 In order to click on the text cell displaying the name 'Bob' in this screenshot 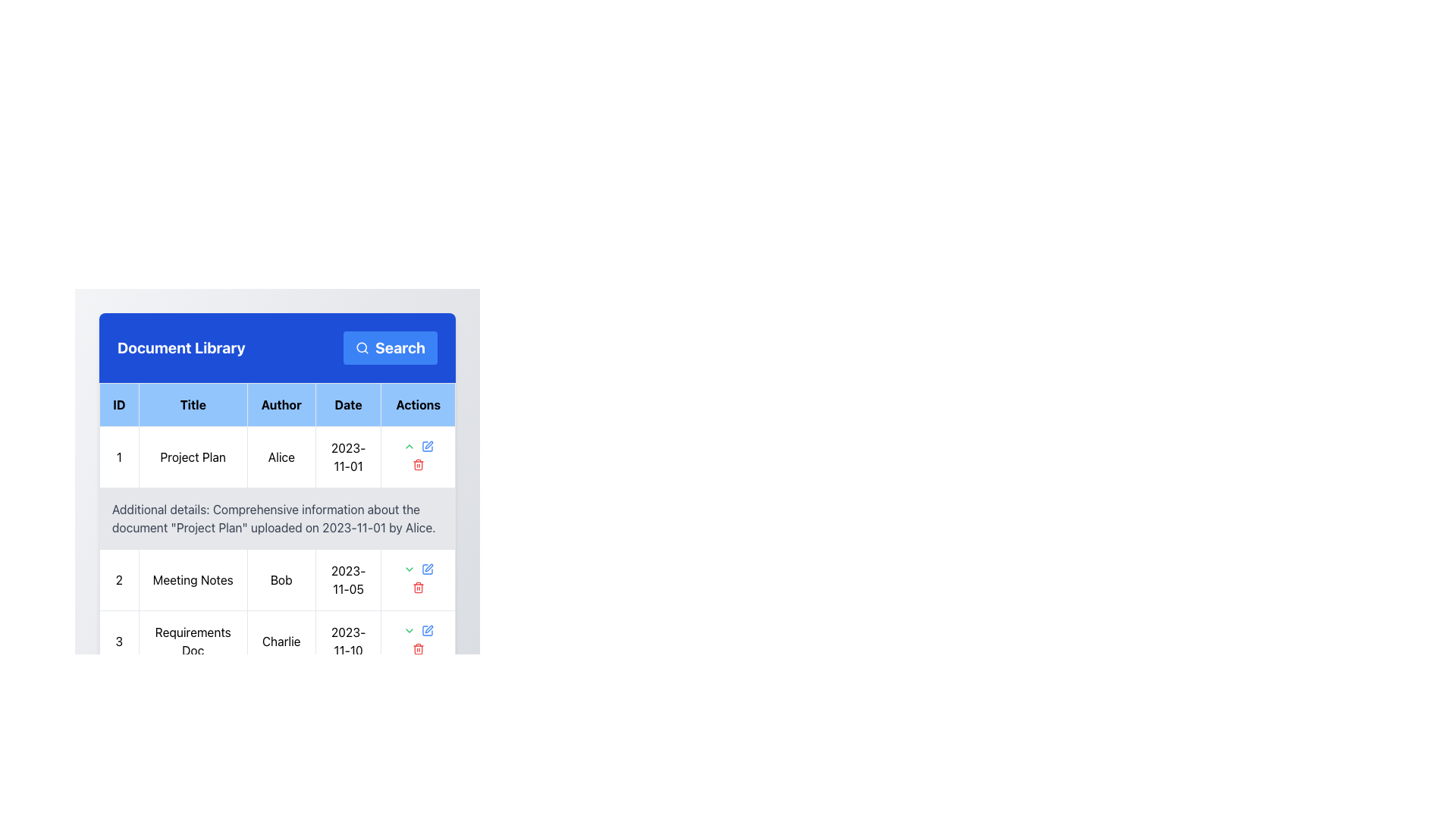, I will do `click(277, 579)`.